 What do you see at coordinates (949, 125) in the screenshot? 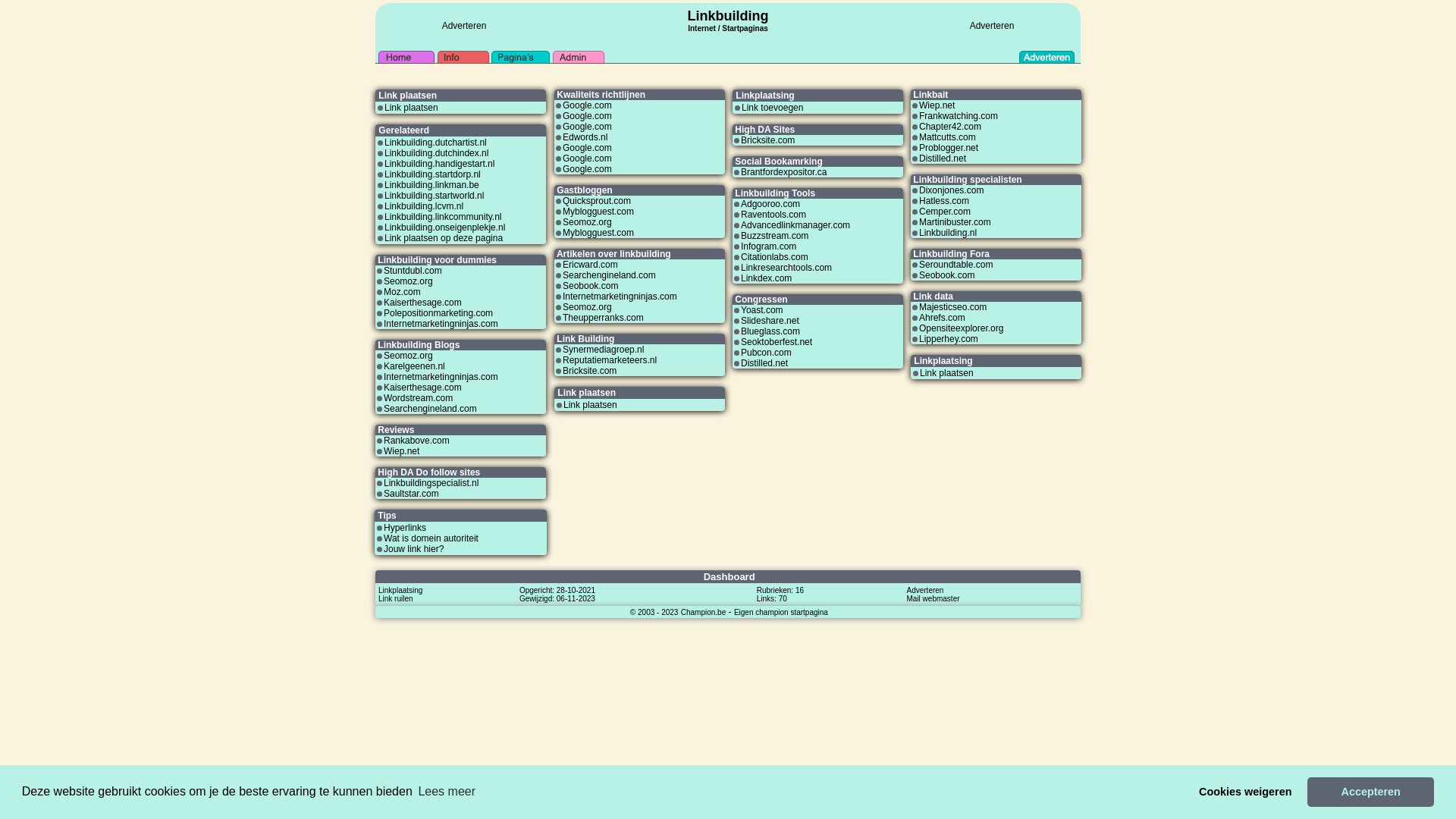
I see `'Chapter42.com'` at bounding box center [949, 125].